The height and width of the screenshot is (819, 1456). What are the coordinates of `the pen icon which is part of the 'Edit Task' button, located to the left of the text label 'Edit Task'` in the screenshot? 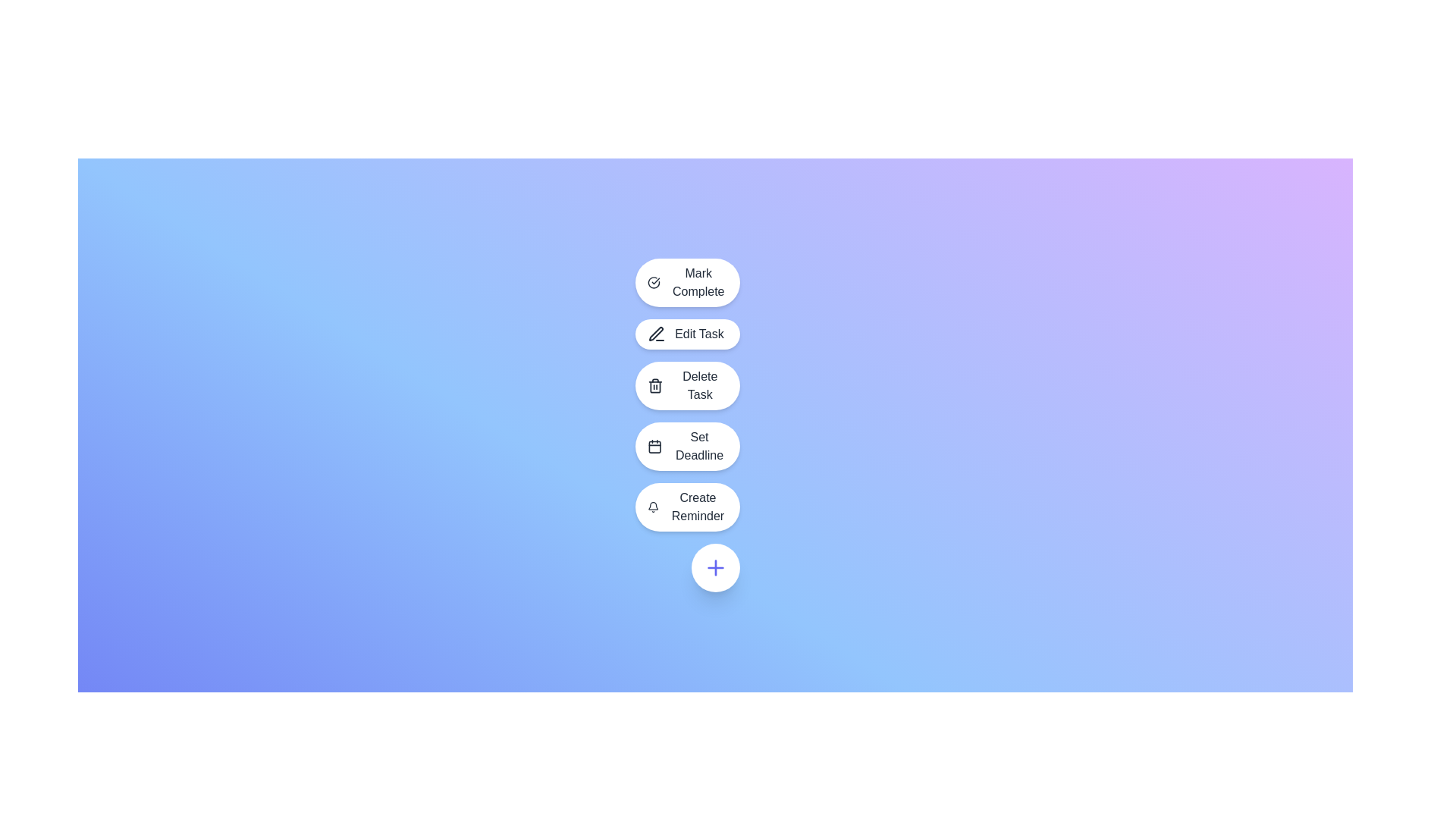 It's located at (657, 333).